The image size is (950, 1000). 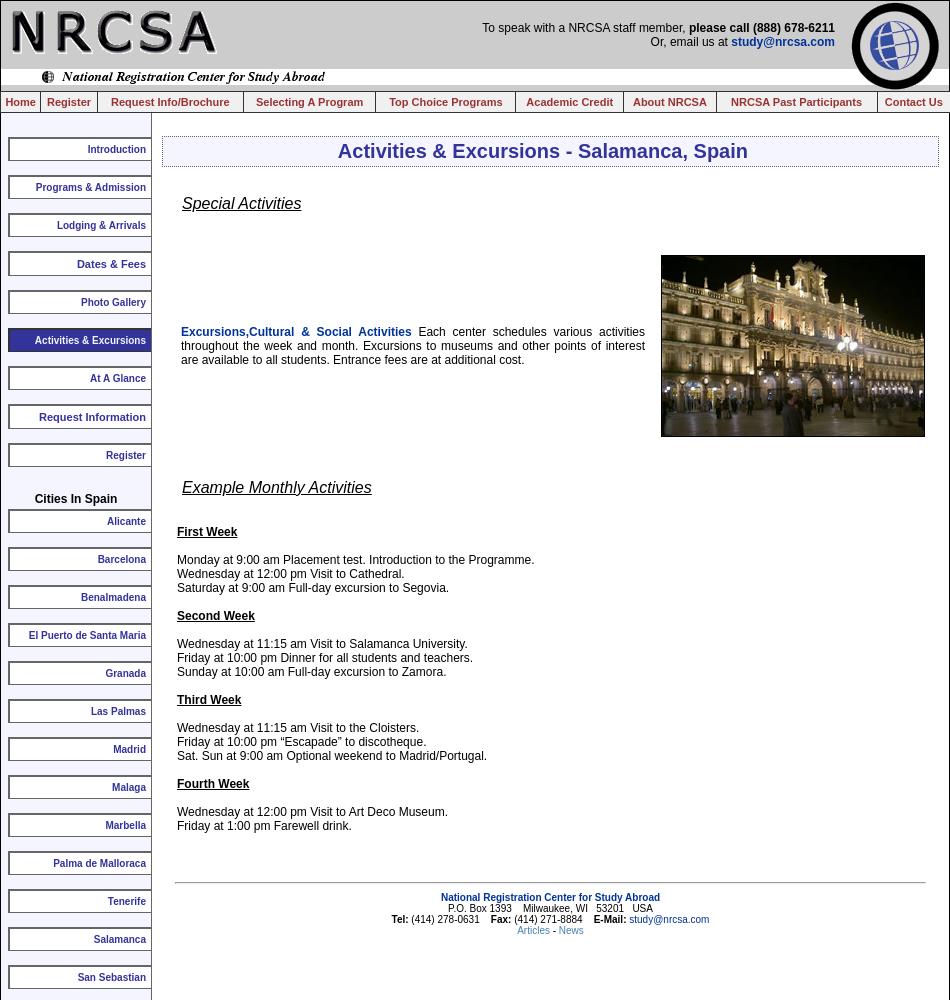 What do you see at coordinates (320, 644) in the screenshot?
I see `'Wednesday at 11:15 am  Visit to Salamanca University.'` at bounding box center [320, 644].